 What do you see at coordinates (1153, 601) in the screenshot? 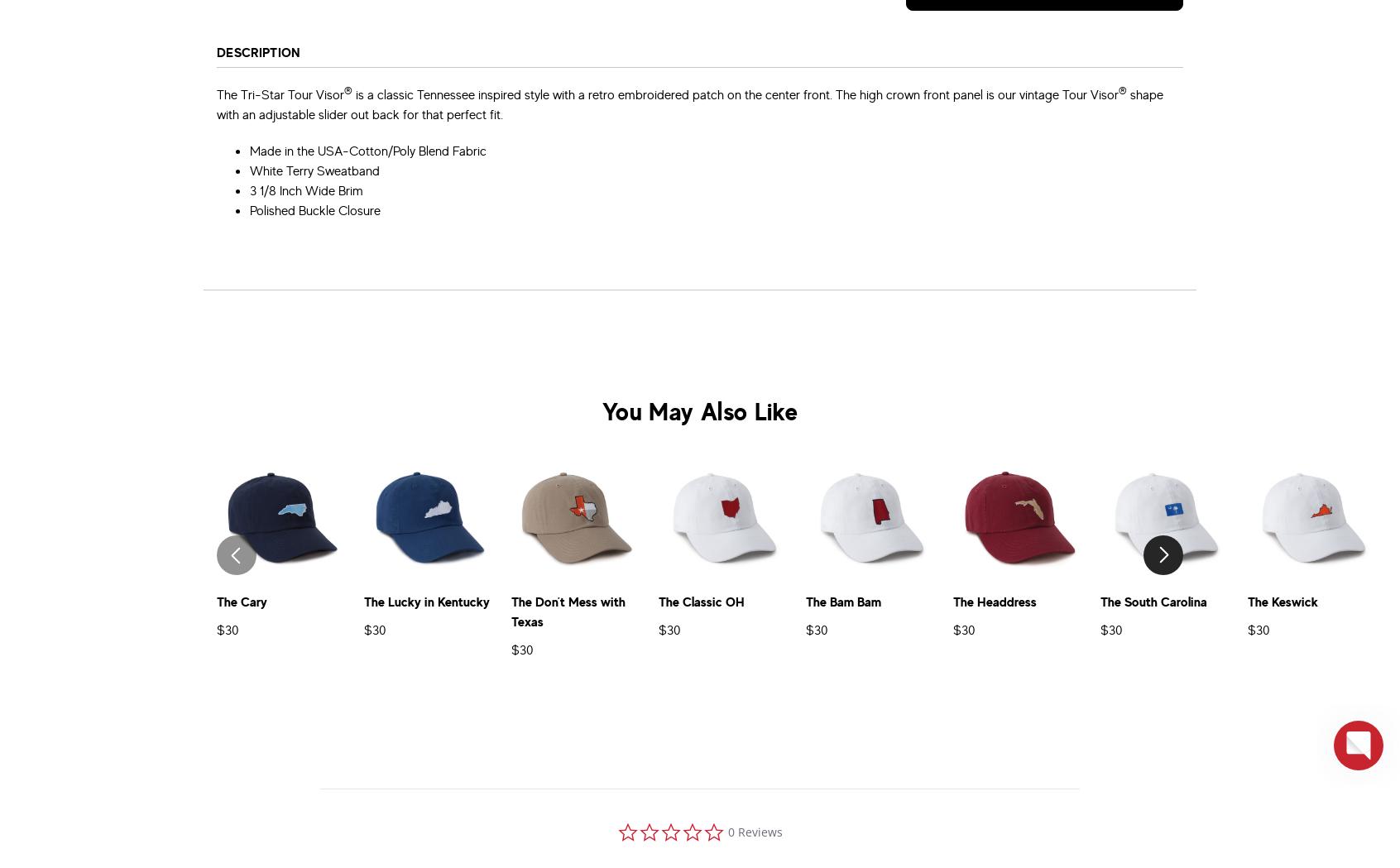
I see `'The South Carolina'` at bounding box center [1153, 601].